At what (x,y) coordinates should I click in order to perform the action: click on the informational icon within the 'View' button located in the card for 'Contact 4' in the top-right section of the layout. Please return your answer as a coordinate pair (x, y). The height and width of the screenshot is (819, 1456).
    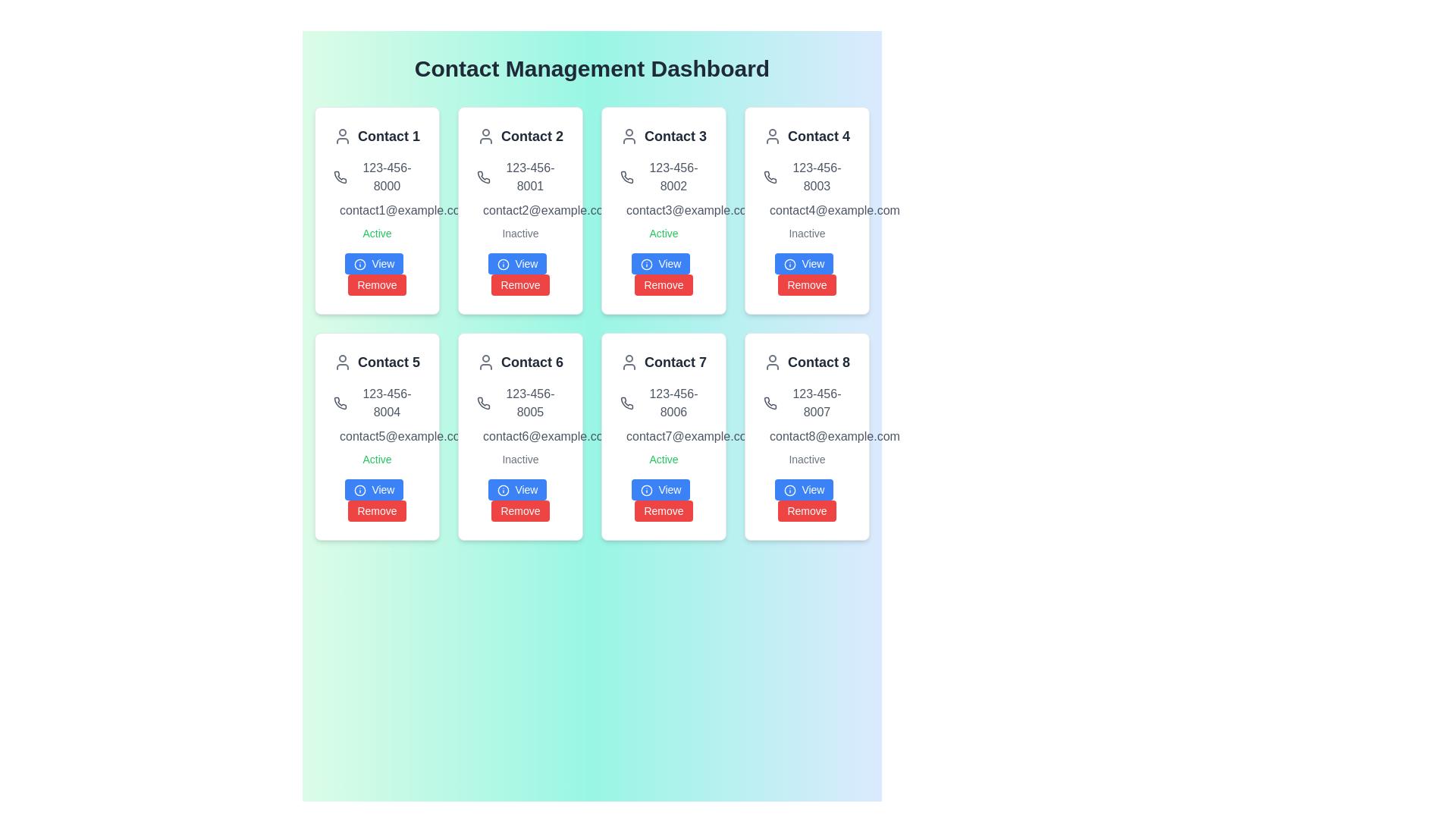
    Looking at the image, I should click on (789, 264).